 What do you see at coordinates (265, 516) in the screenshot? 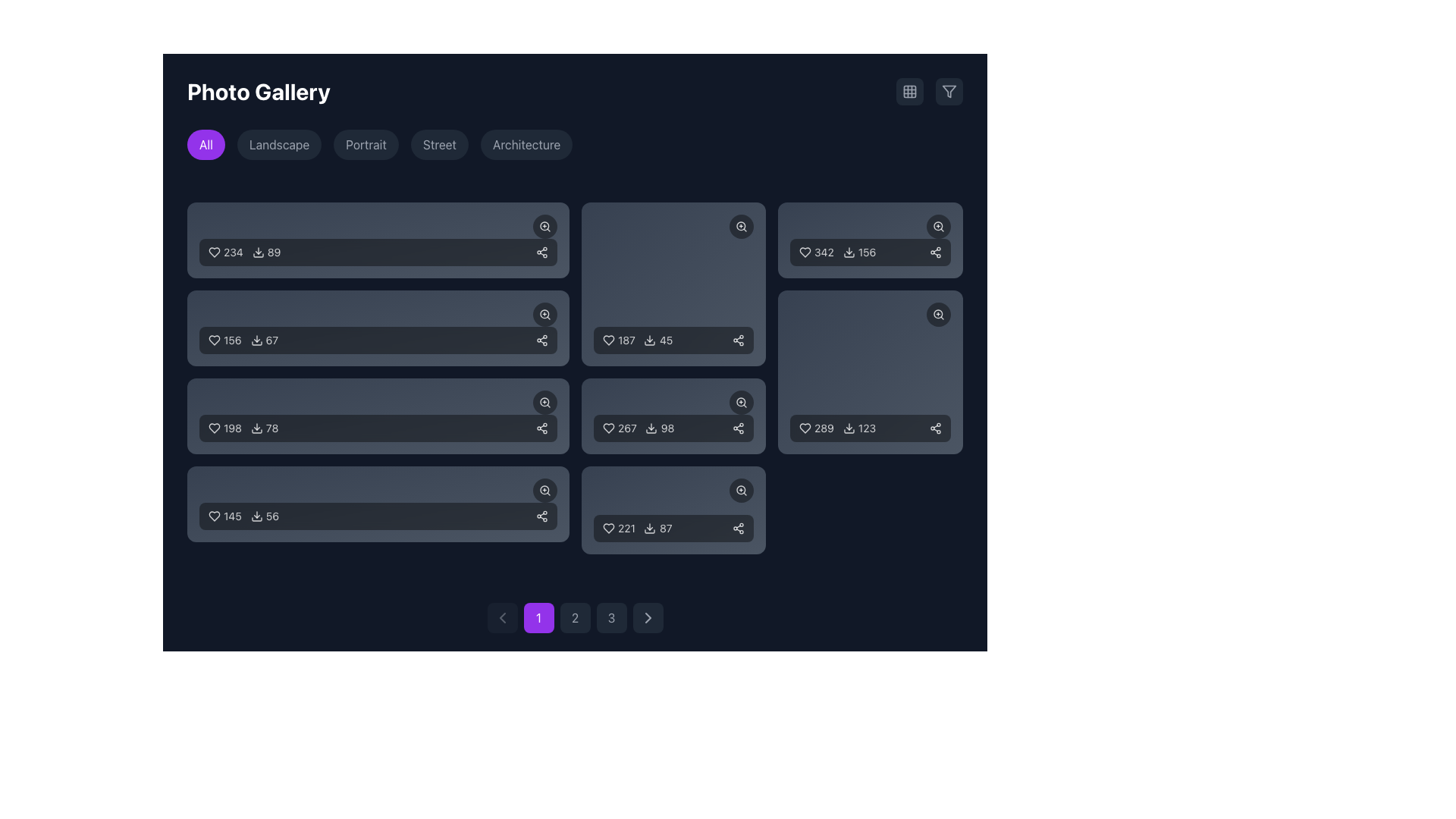
I see `the download icon and numerical value element located in the last row of the content grid, which is represented by a low opacity white color that becomes fully white on hover` at bounding box center [265, 516].